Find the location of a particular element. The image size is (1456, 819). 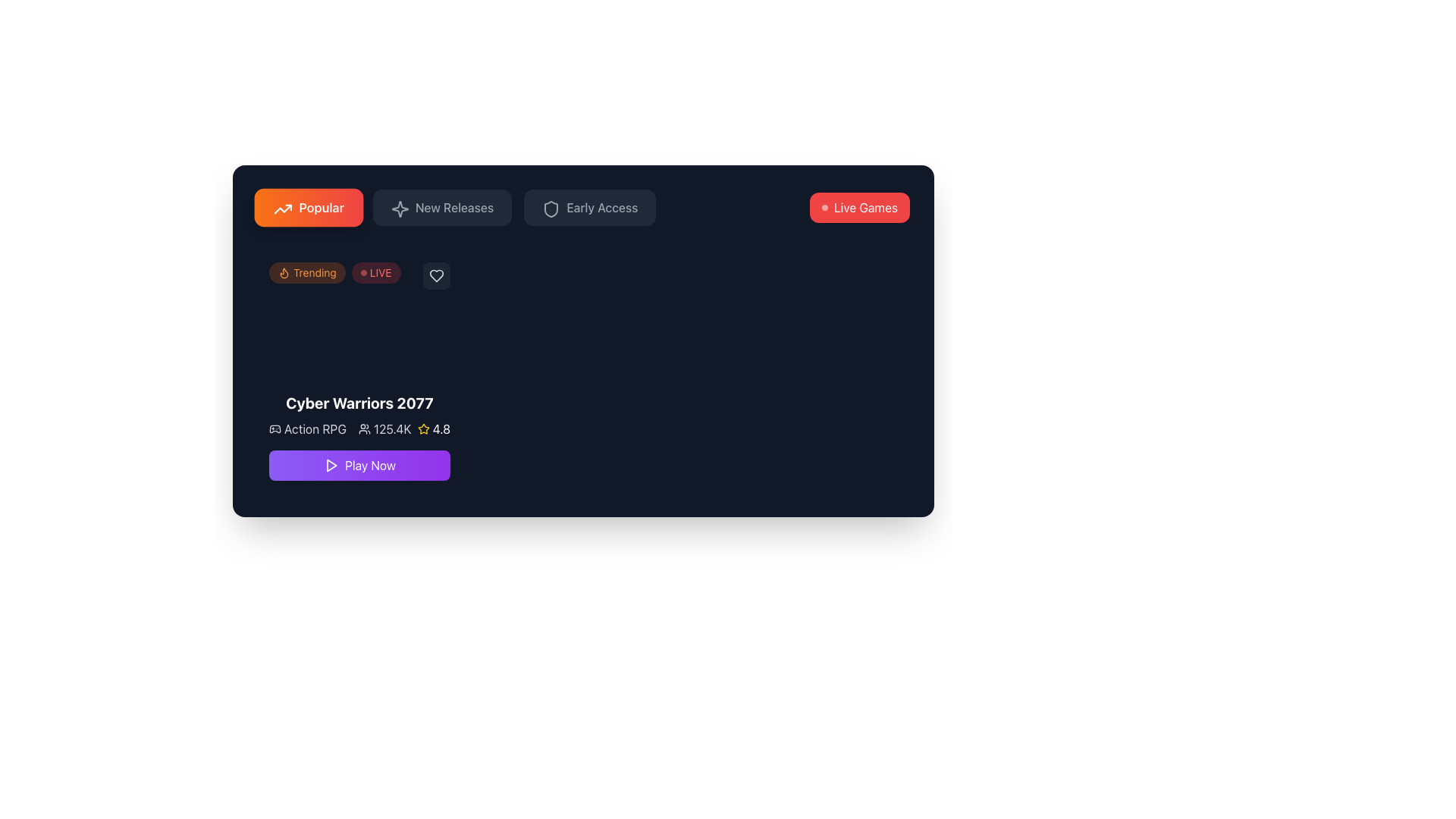

the button that directs the user to the live games section for keyboard interaction via the tab key is located at coordinates (859, 207).